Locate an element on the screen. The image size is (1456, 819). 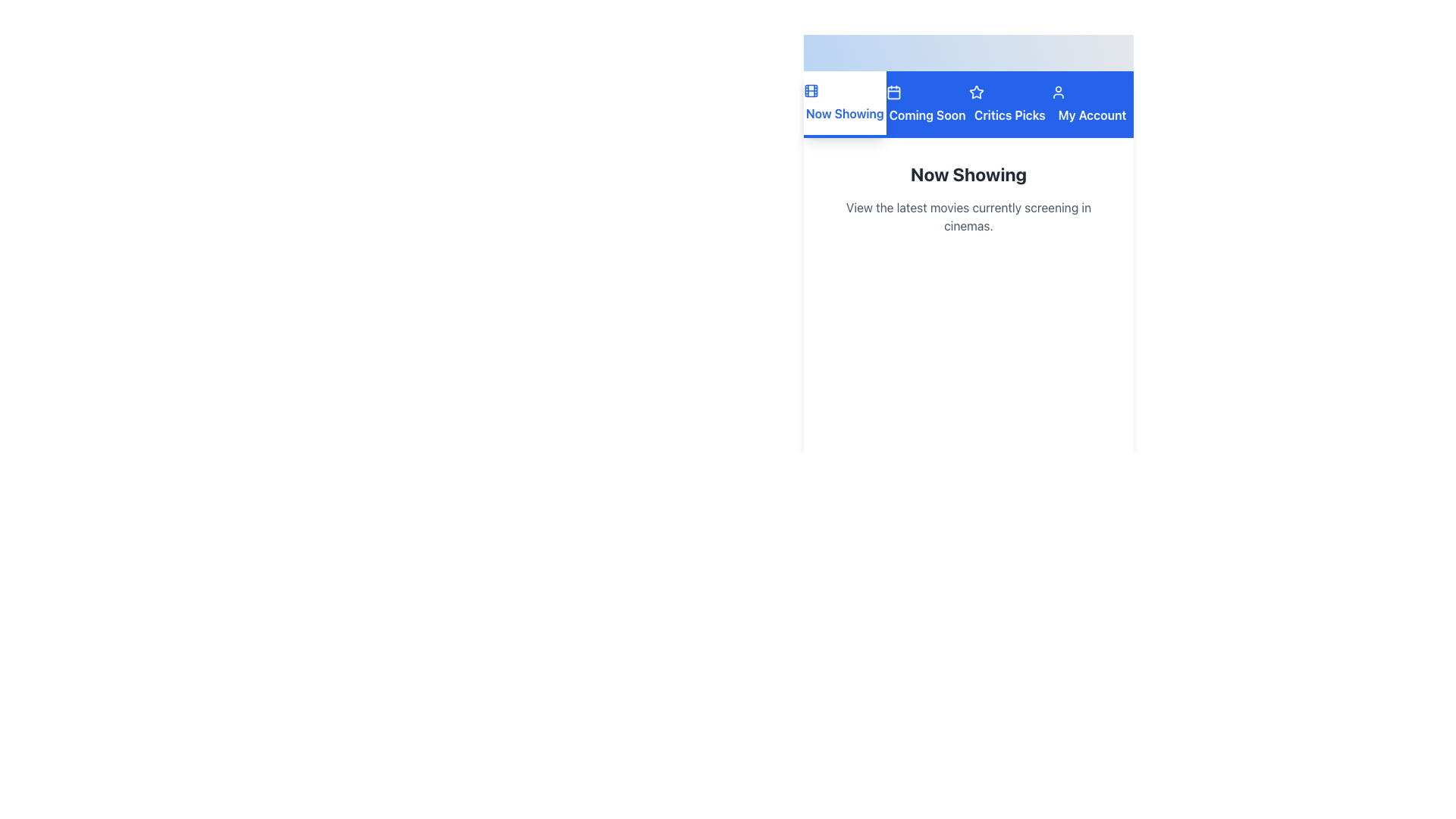
the 'Now Showing' text label in the navigation bar is located at coordinates (844, 113).